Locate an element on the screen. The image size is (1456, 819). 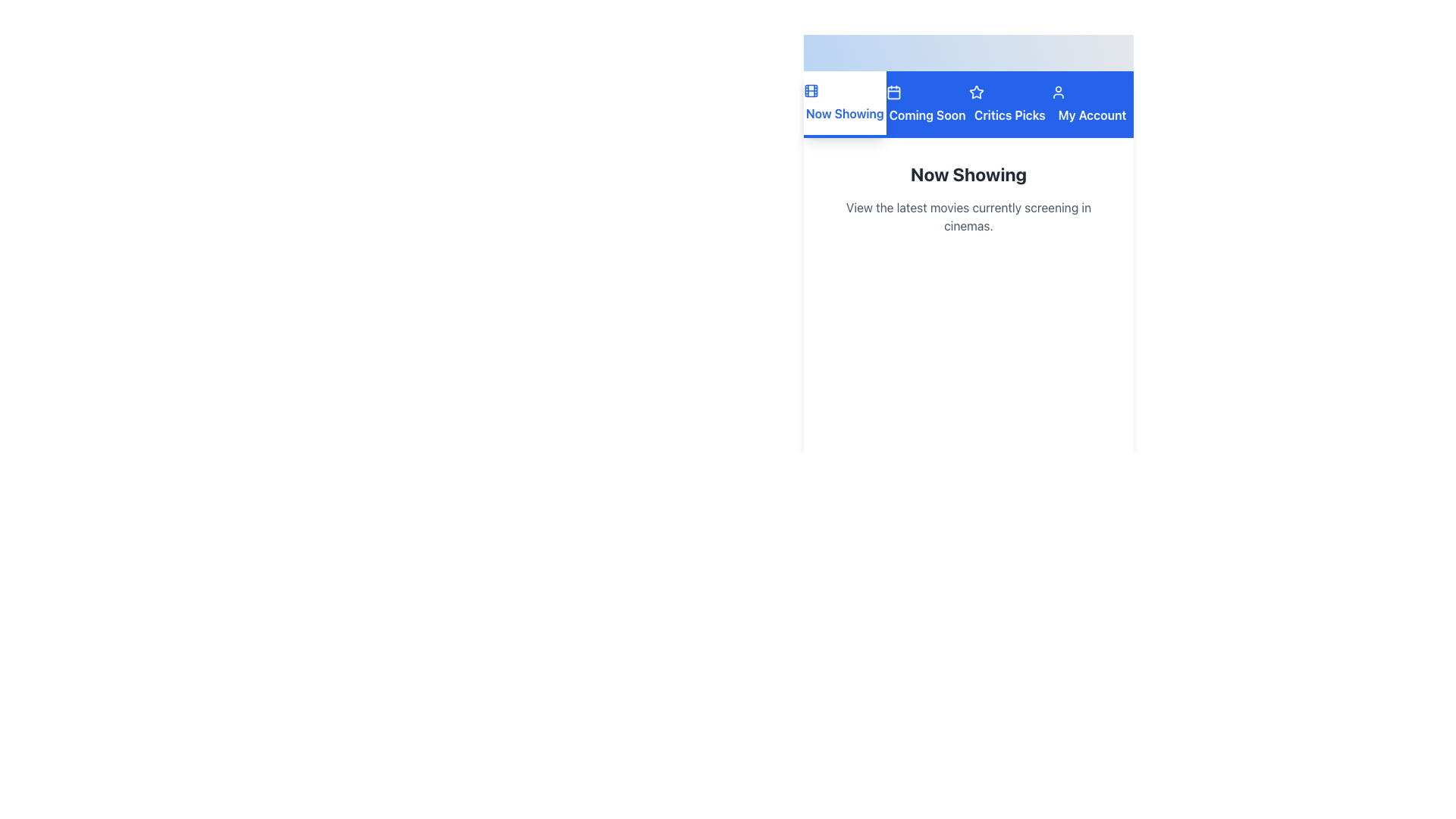
the 'Now Showing' text label in the navigation bar is located at coordinates (844, 113).